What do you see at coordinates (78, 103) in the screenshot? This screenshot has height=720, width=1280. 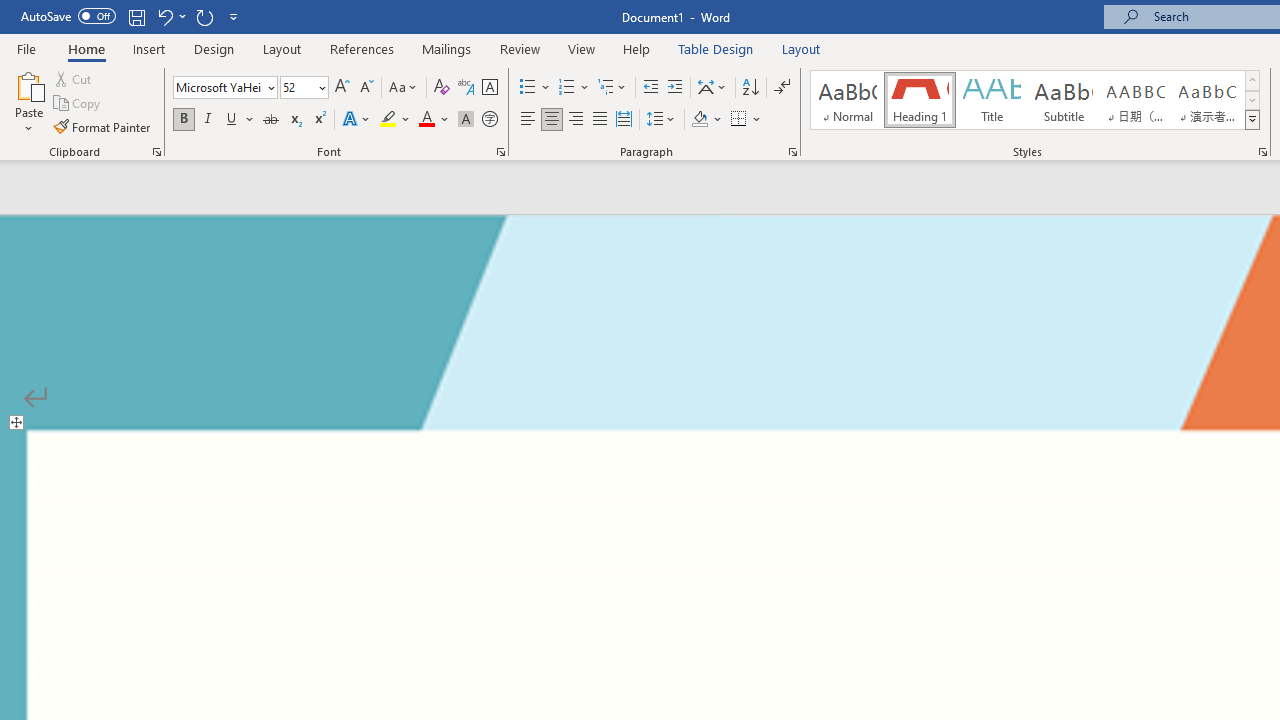 I see `'Copy'` at bounding box center [78, 103].